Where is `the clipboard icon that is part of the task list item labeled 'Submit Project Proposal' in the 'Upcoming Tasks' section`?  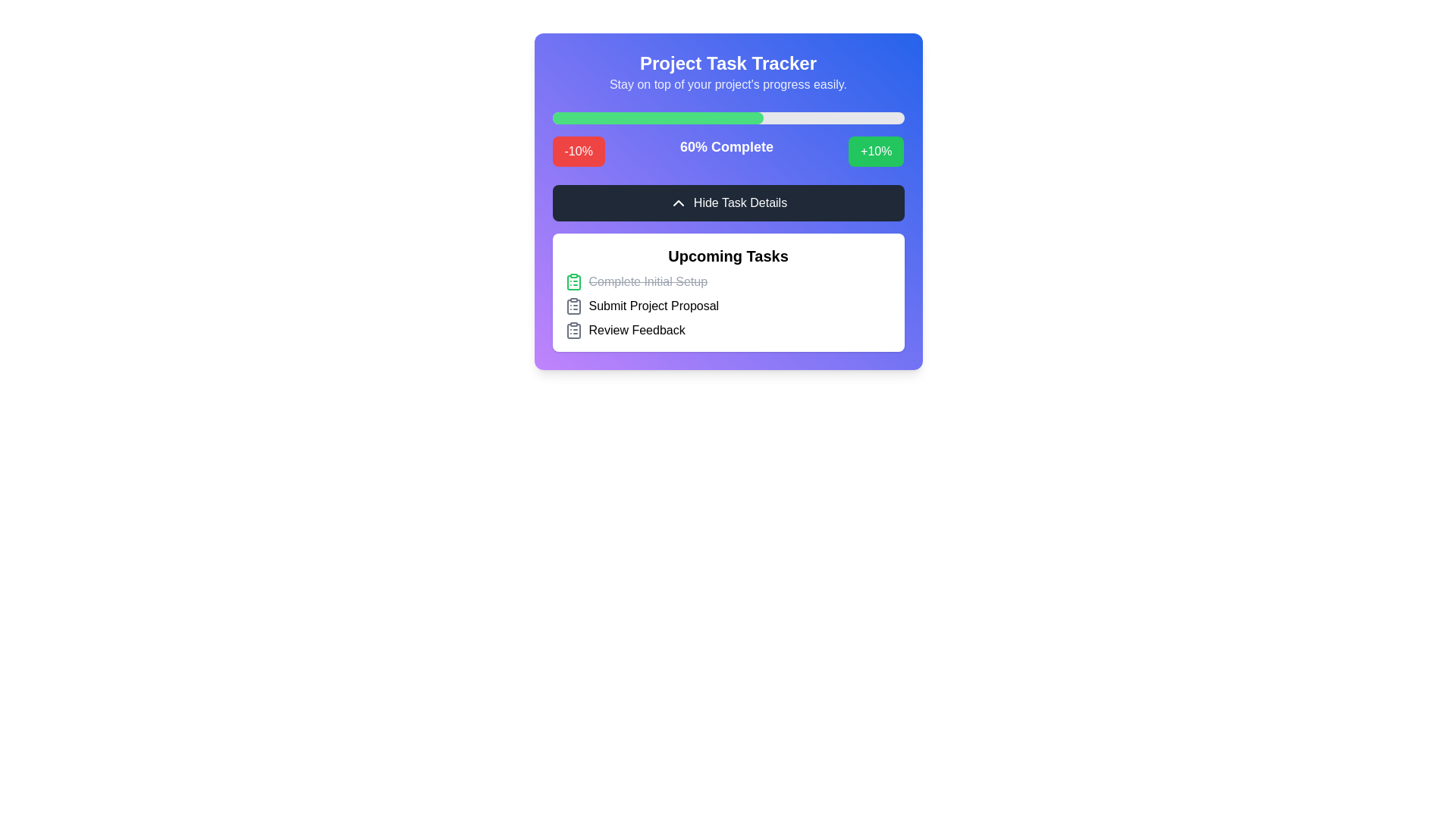 the clipboard icon that is part of the task list item labeled 'Submit Project Proposal' in the 'Upcoming Tasks' section is located at coordinates (573, 306).